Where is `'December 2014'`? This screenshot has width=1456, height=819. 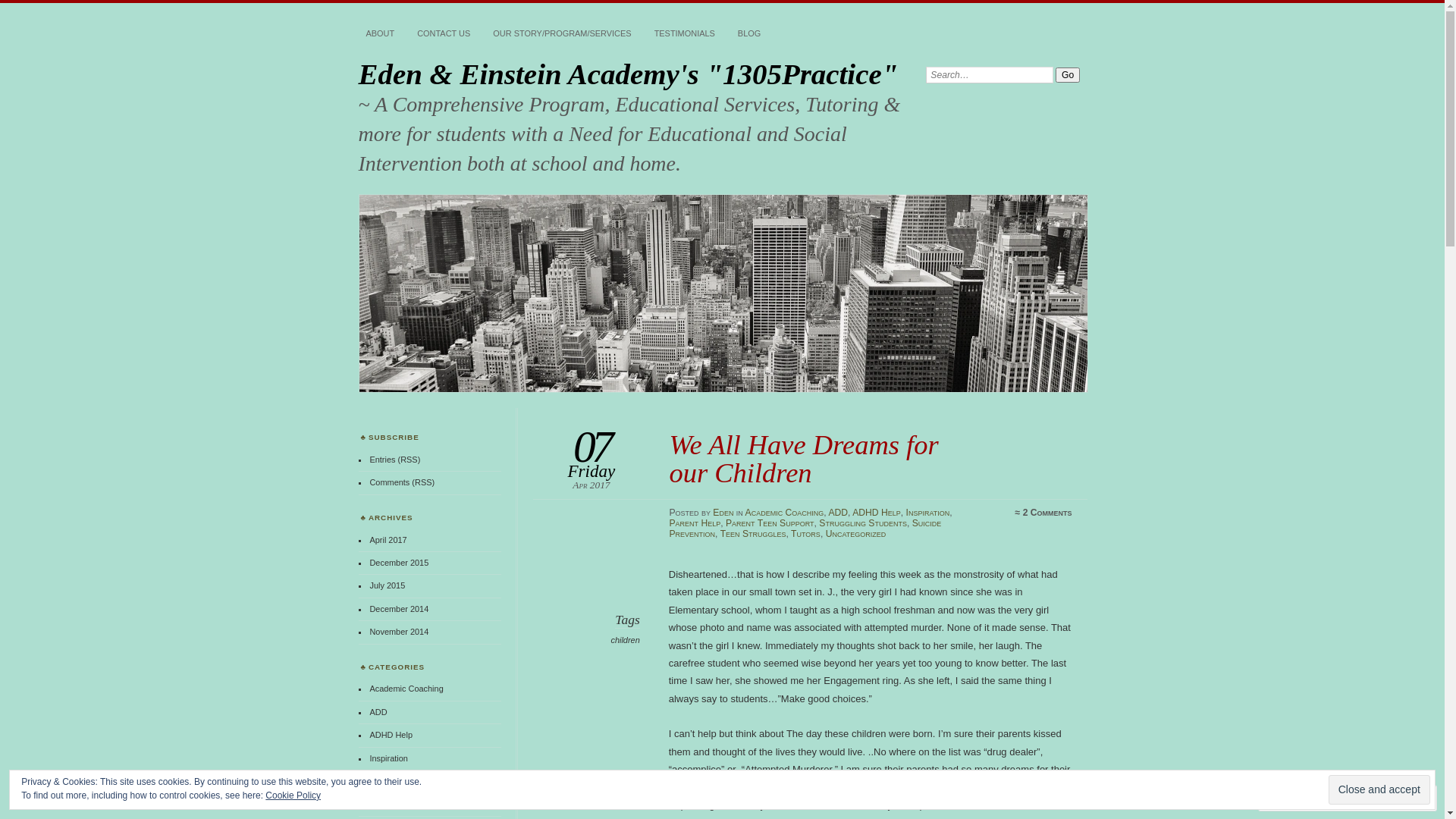 'December 2014' is located at coordinates (399, 607).